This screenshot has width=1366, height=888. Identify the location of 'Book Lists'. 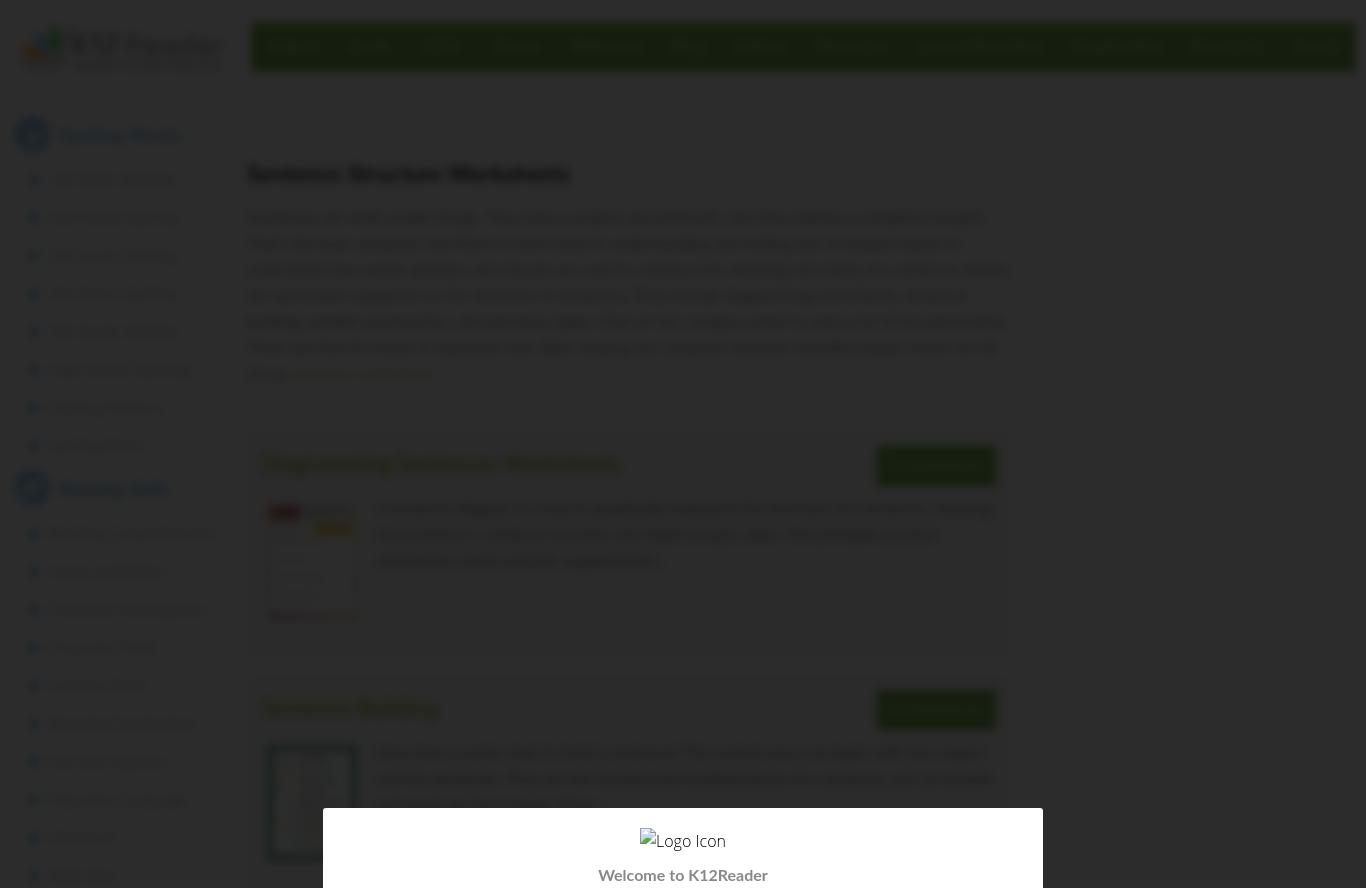
(1226, 45).